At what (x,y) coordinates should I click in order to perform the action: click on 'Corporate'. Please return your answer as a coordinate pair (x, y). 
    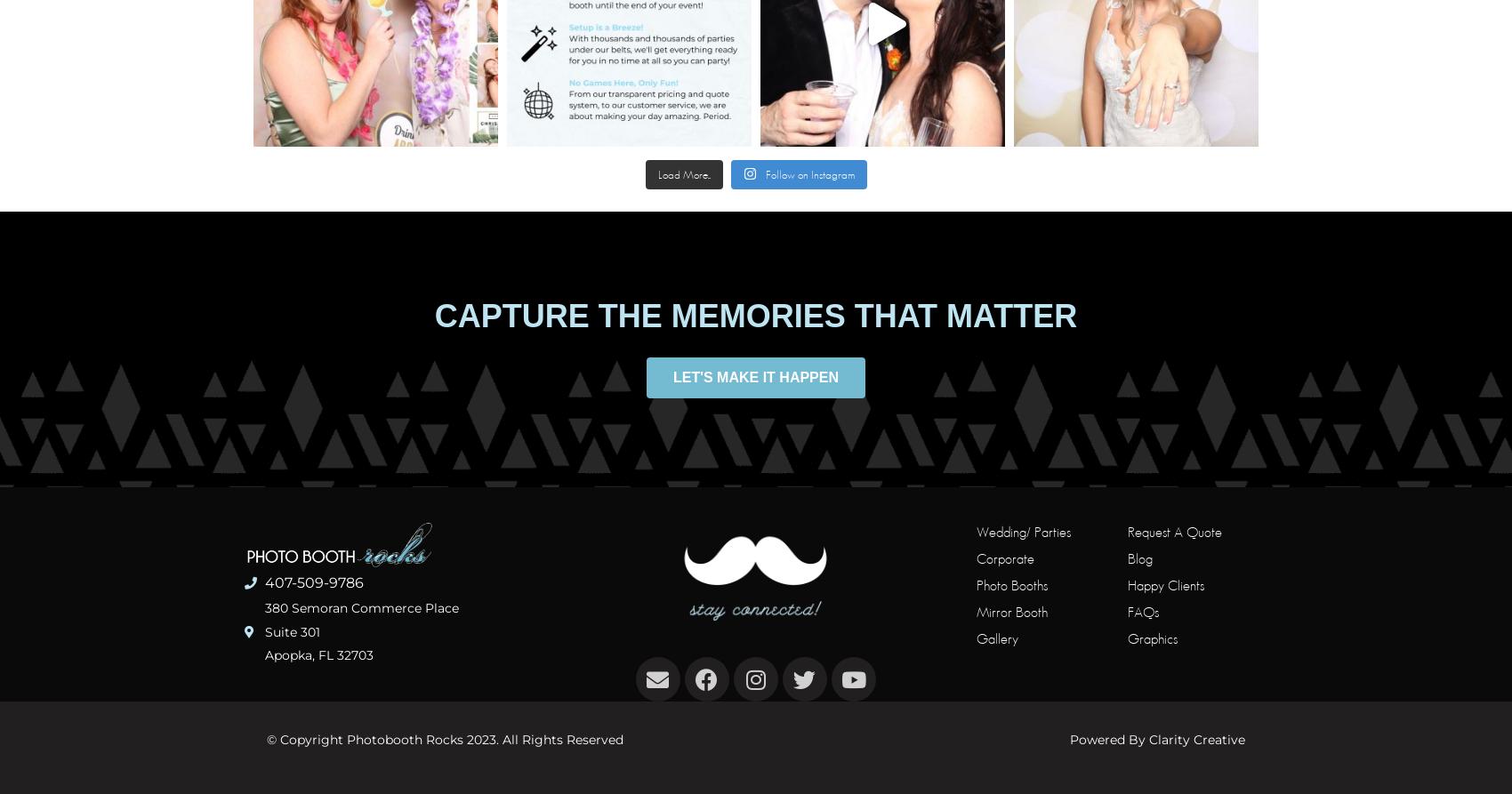
    Looking at the image, I should click on (1004, 557).